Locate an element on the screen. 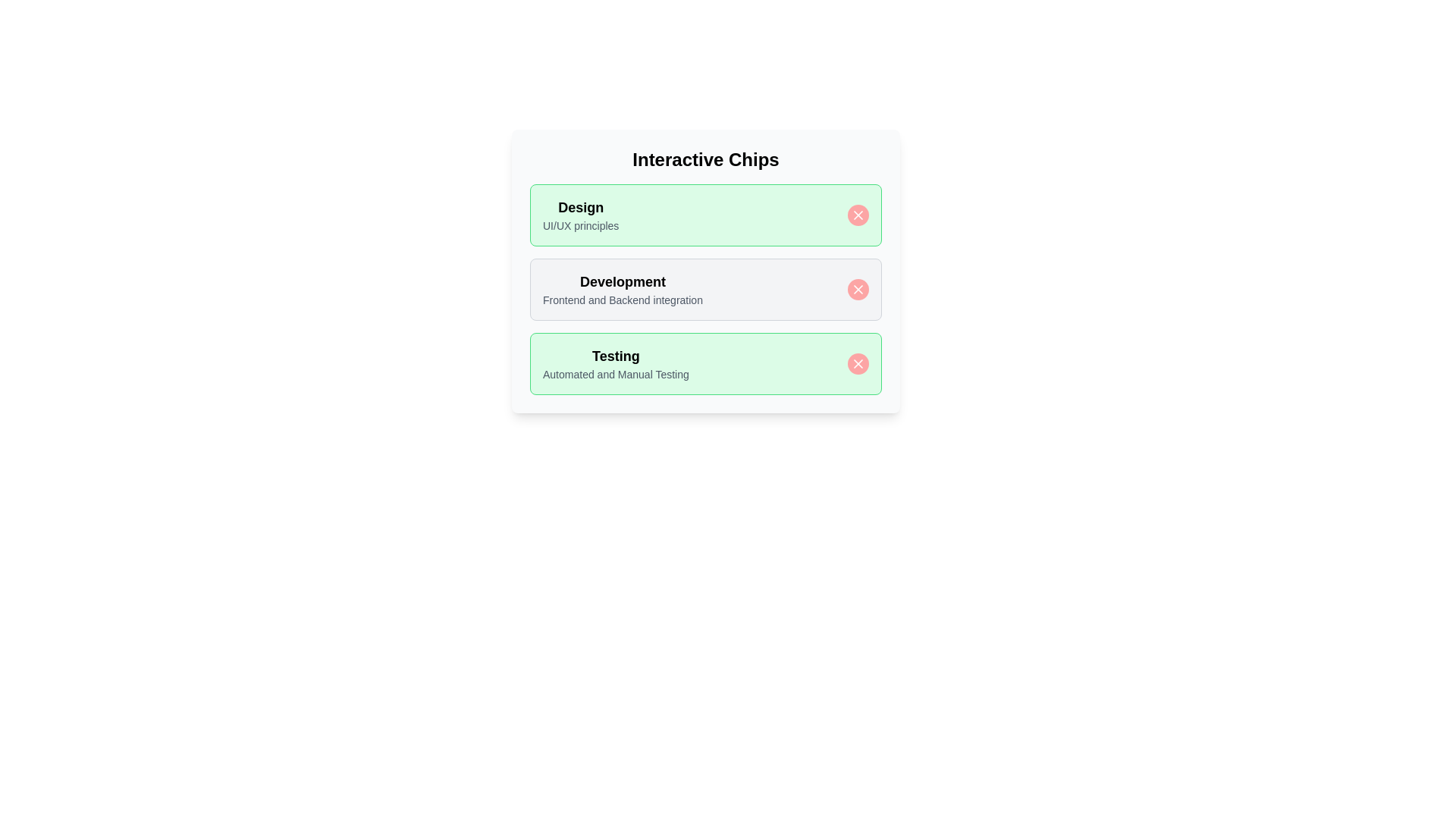  close button of the chip labeled Development is located at coordinates (858, 289).